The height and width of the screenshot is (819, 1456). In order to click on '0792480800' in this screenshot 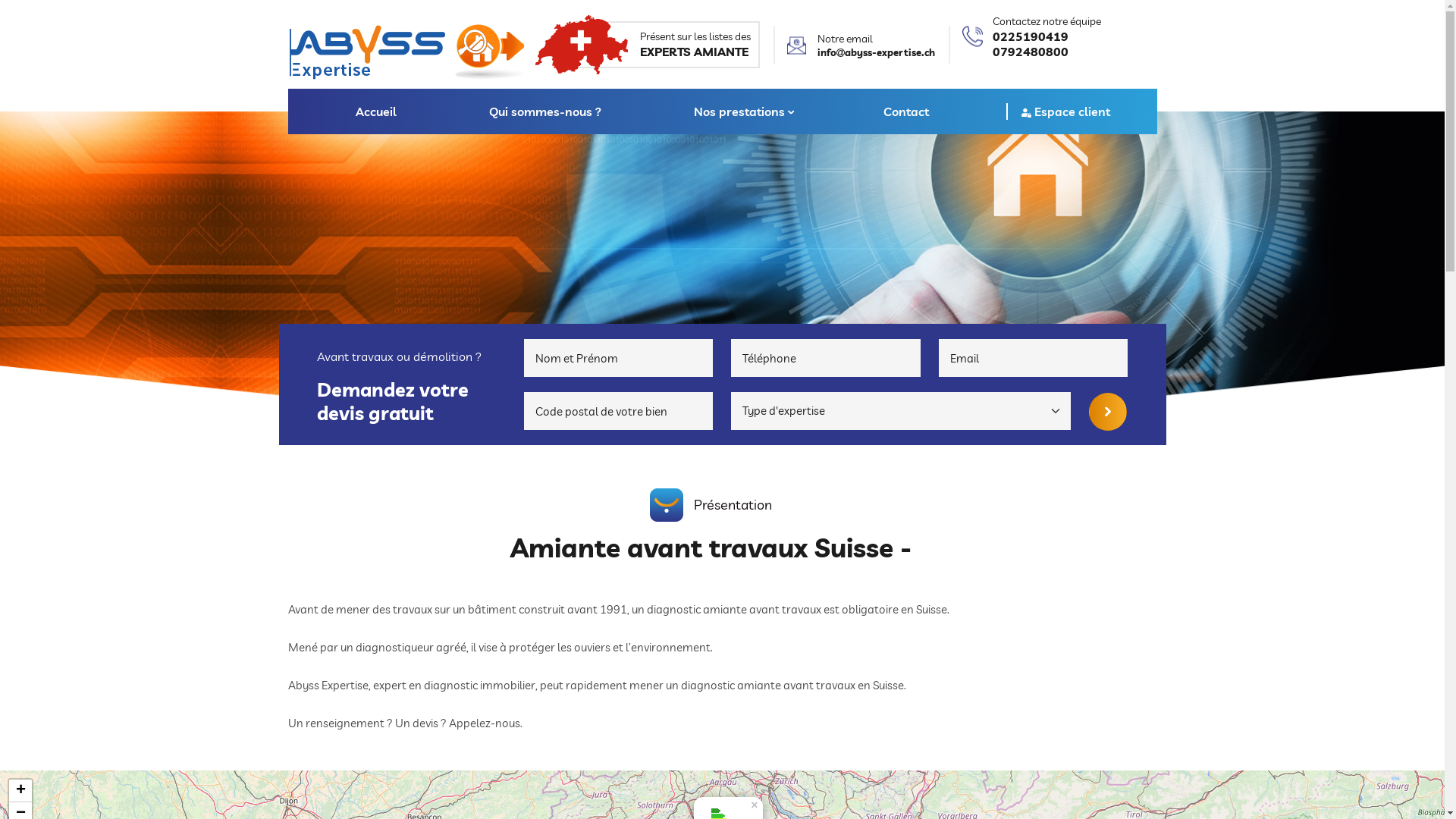, I will do `click(1045, 51)`.